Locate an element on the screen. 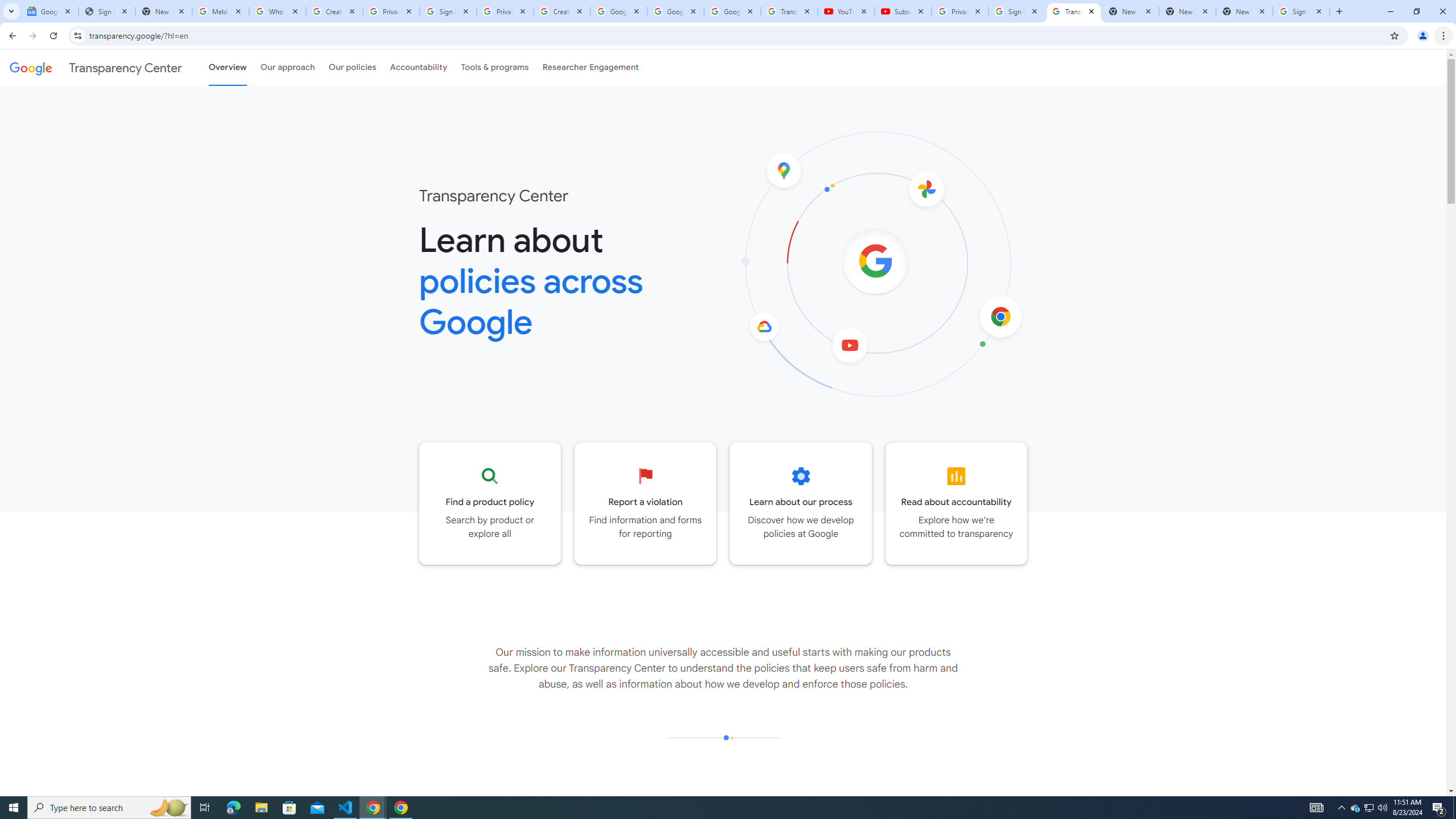  'Our approach' is located at coordinates (287, 67).